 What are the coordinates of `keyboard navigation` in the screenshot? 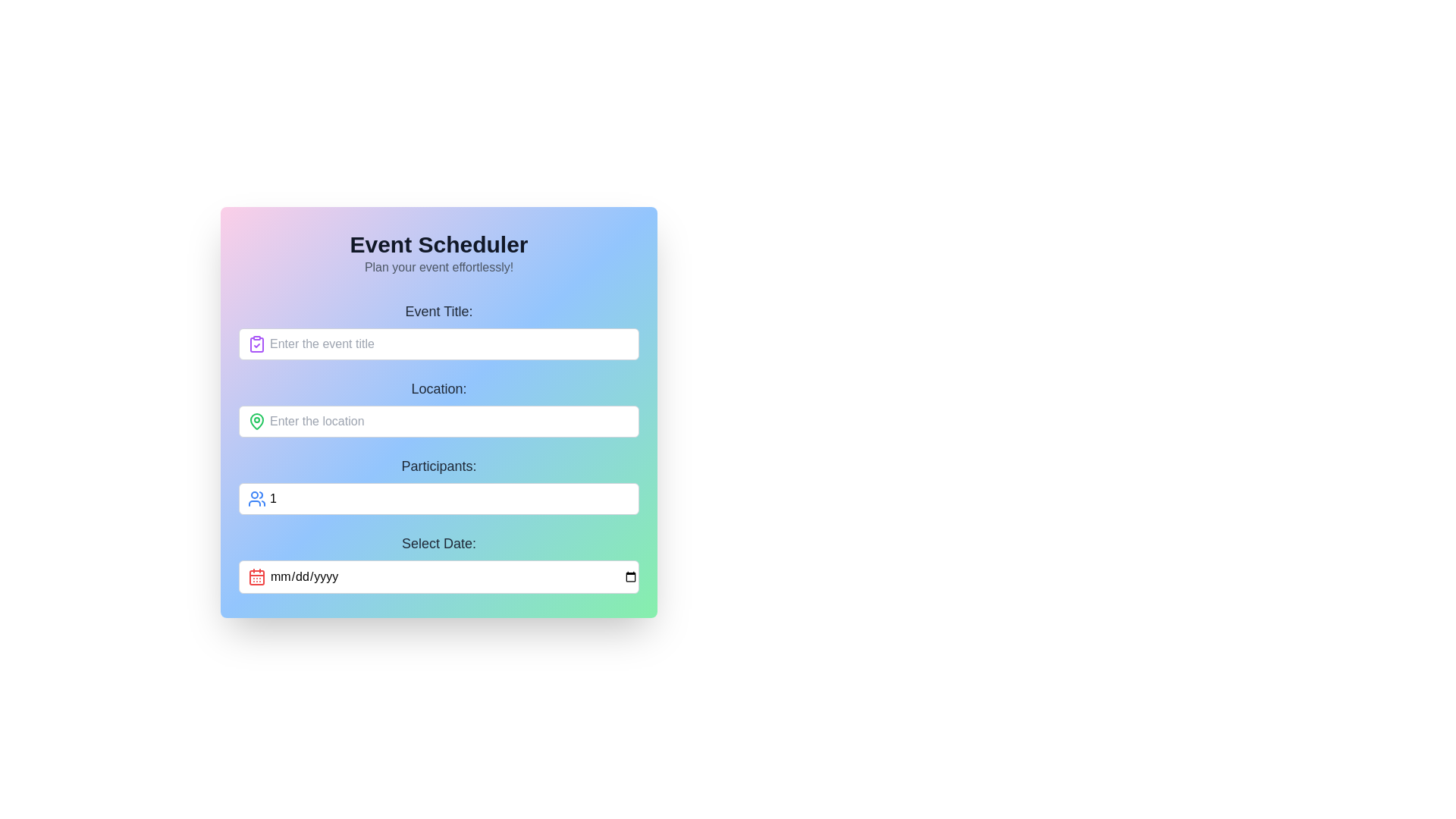 It's located at (438, 499).